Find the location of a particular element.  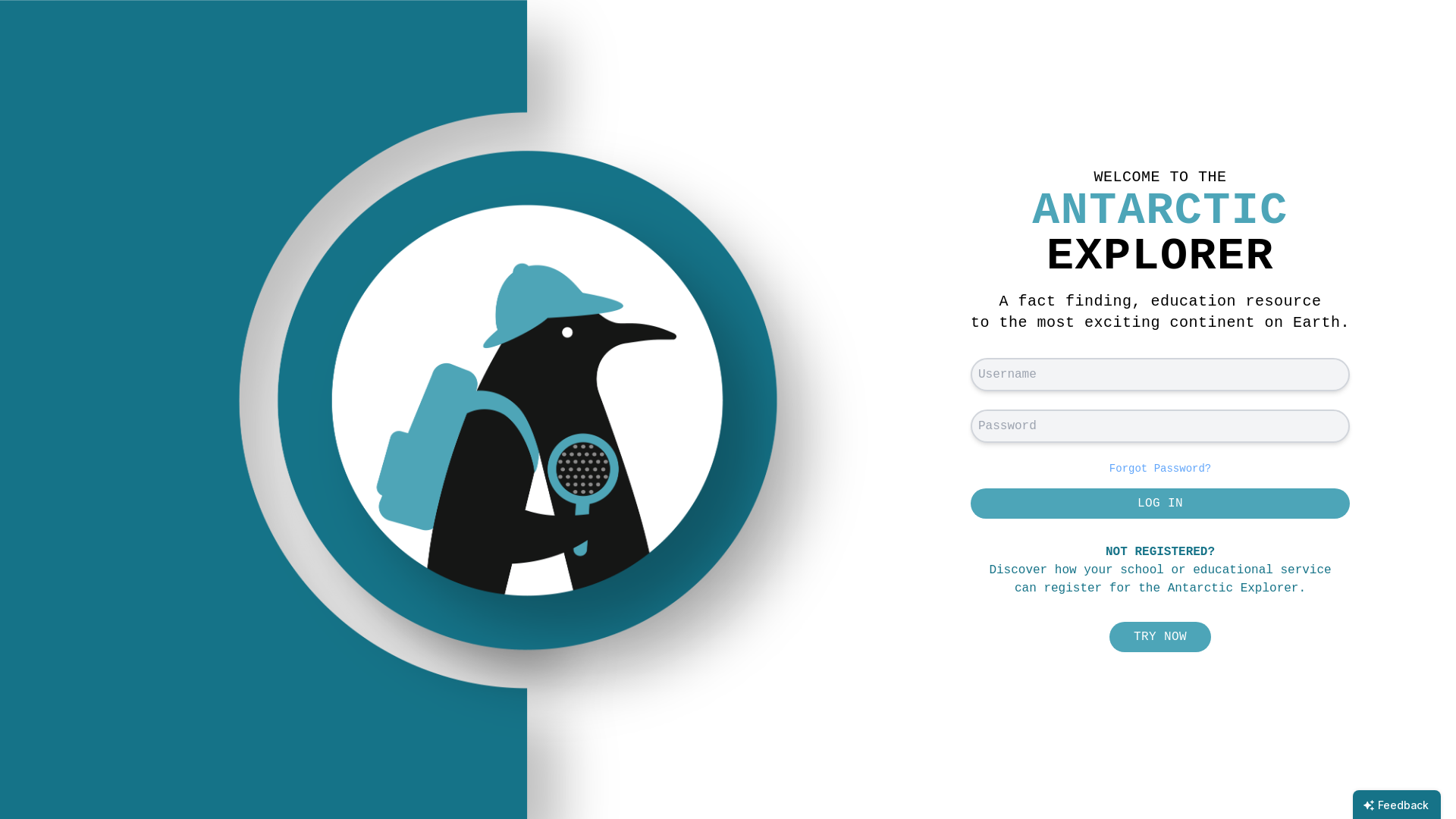

'LOG IN' is located at coordinates (1159, 503).